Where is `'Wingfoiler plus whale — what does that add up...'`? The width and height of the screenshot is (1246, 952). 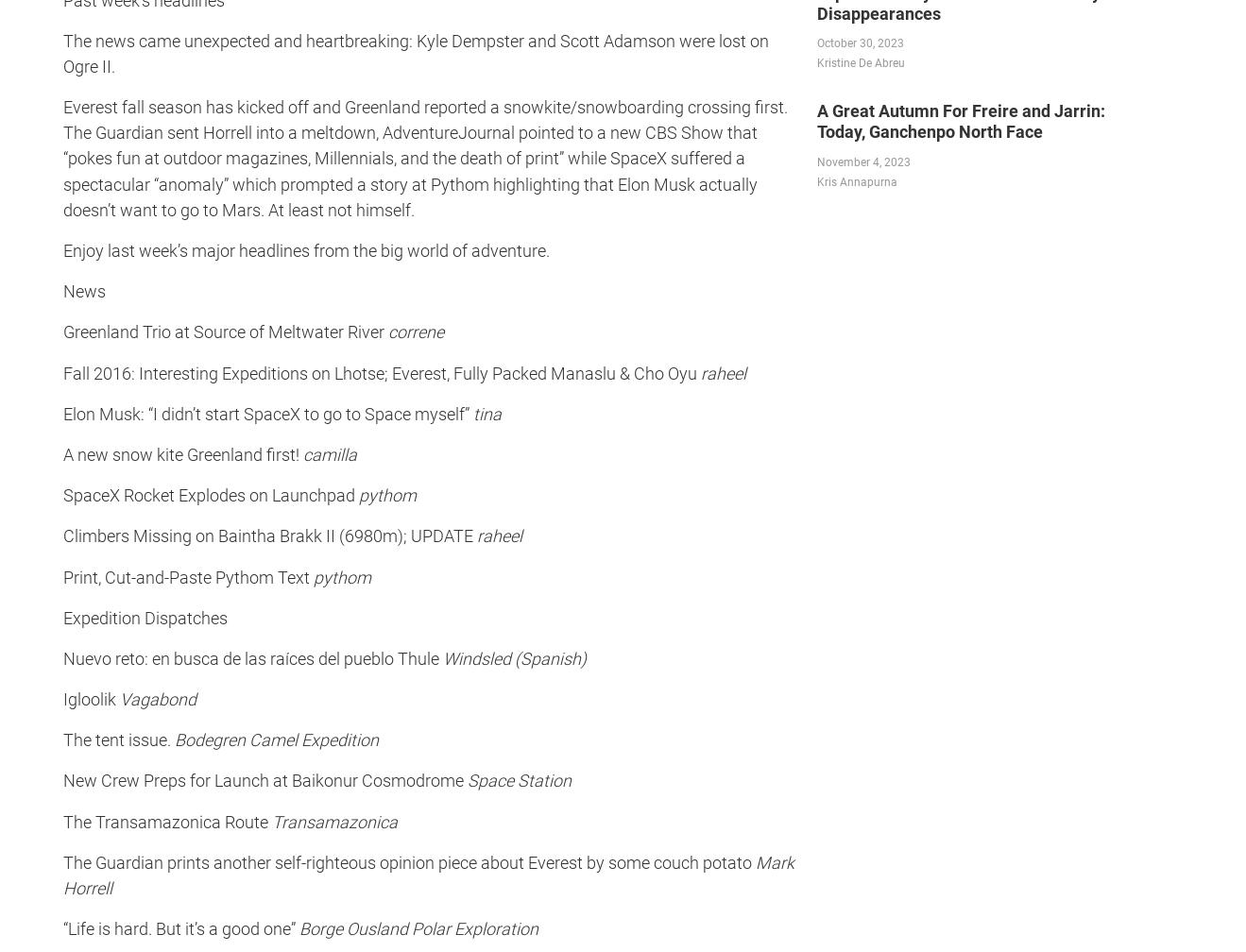
'Wingfoiler plus whale — what does that add up...' is located at coordinates (85, 649).